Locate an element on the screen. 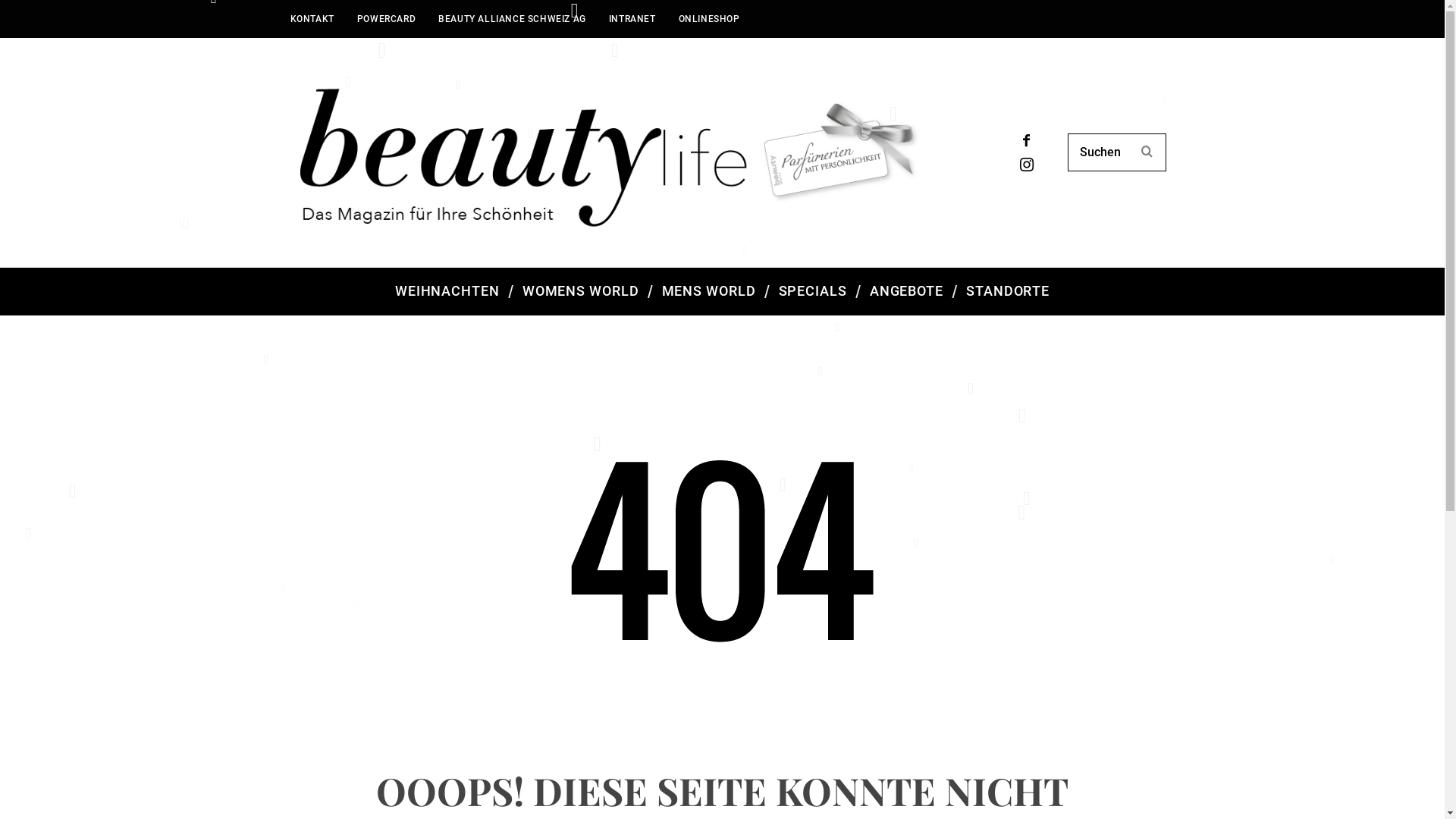 The width and height of the screenshot is (1456, 819). 'STANDORTE' is located at coordinates (1008, 291).